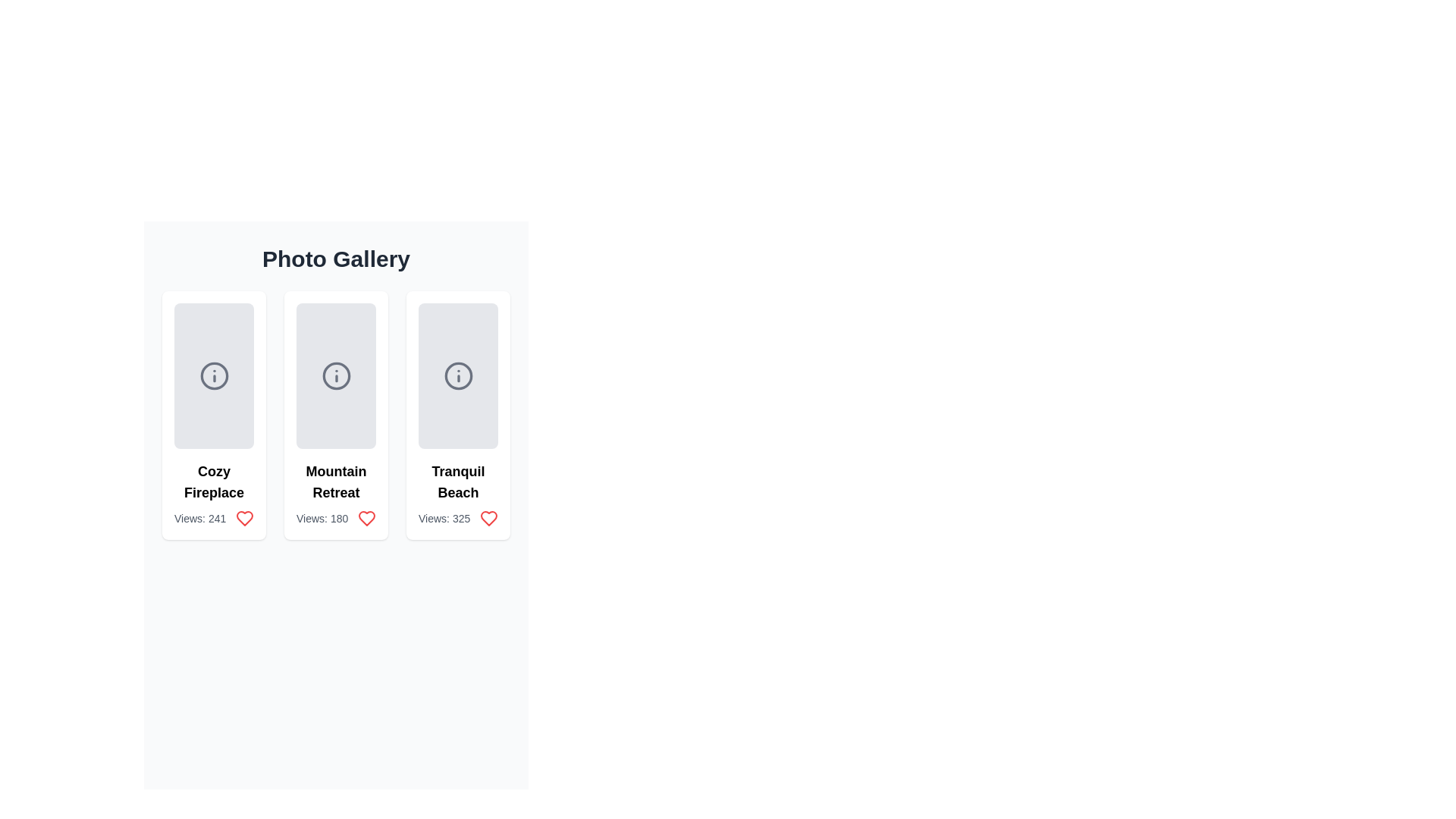 This screenshot has height=819, width=1456. What do you see at coordinates (335, 375) in the screenshot?
I see `the decorative frame within the 'Mountain Retreat' card, which emphasizes the central content and is located above the text 'Mountain Retreat'` at bounding box center [335, 375].